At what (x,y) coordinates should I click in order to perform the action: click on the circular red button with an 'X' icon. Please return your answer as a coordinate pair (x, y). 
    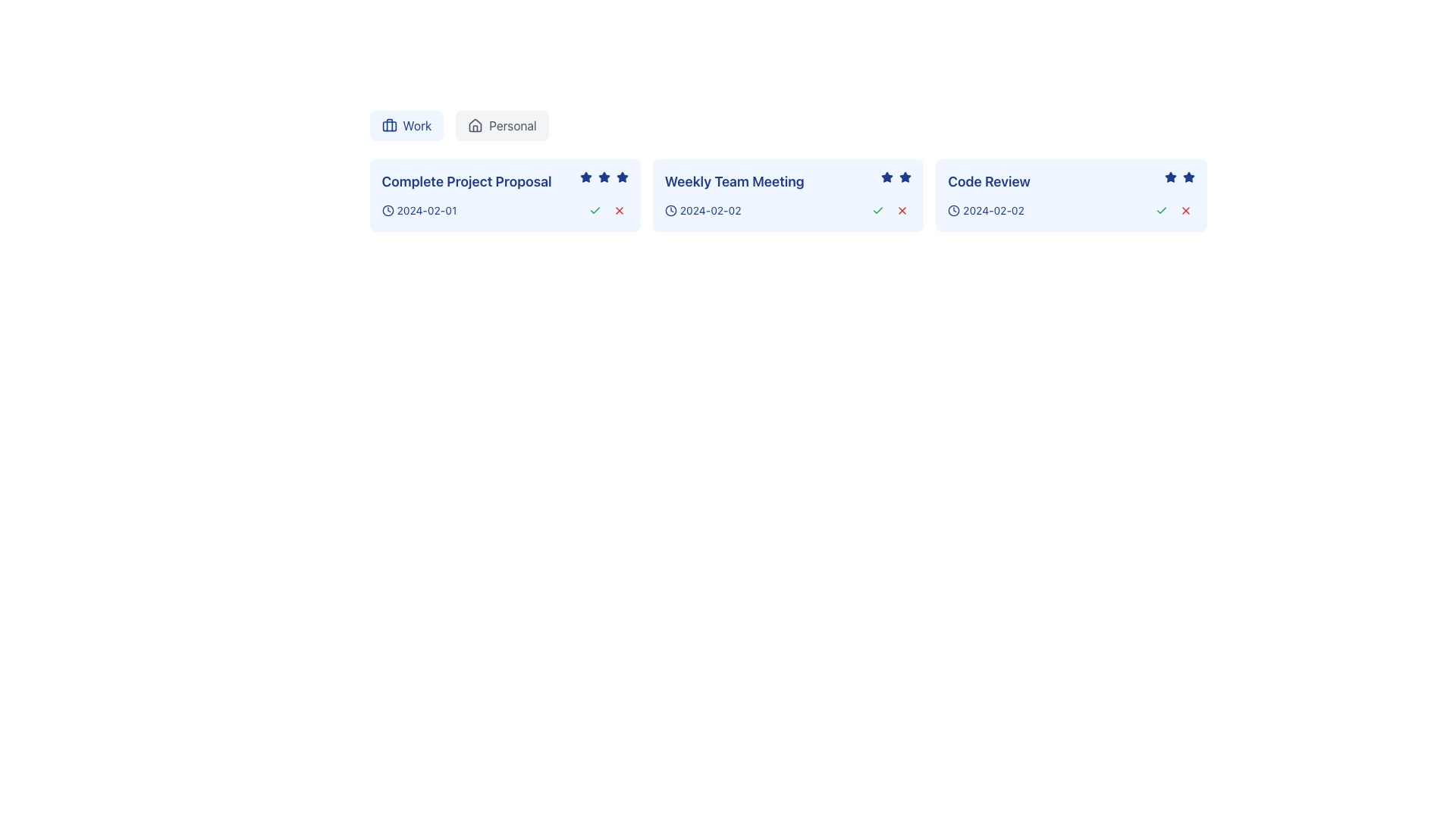
    Looking at the image, I should click on (1185, 210).